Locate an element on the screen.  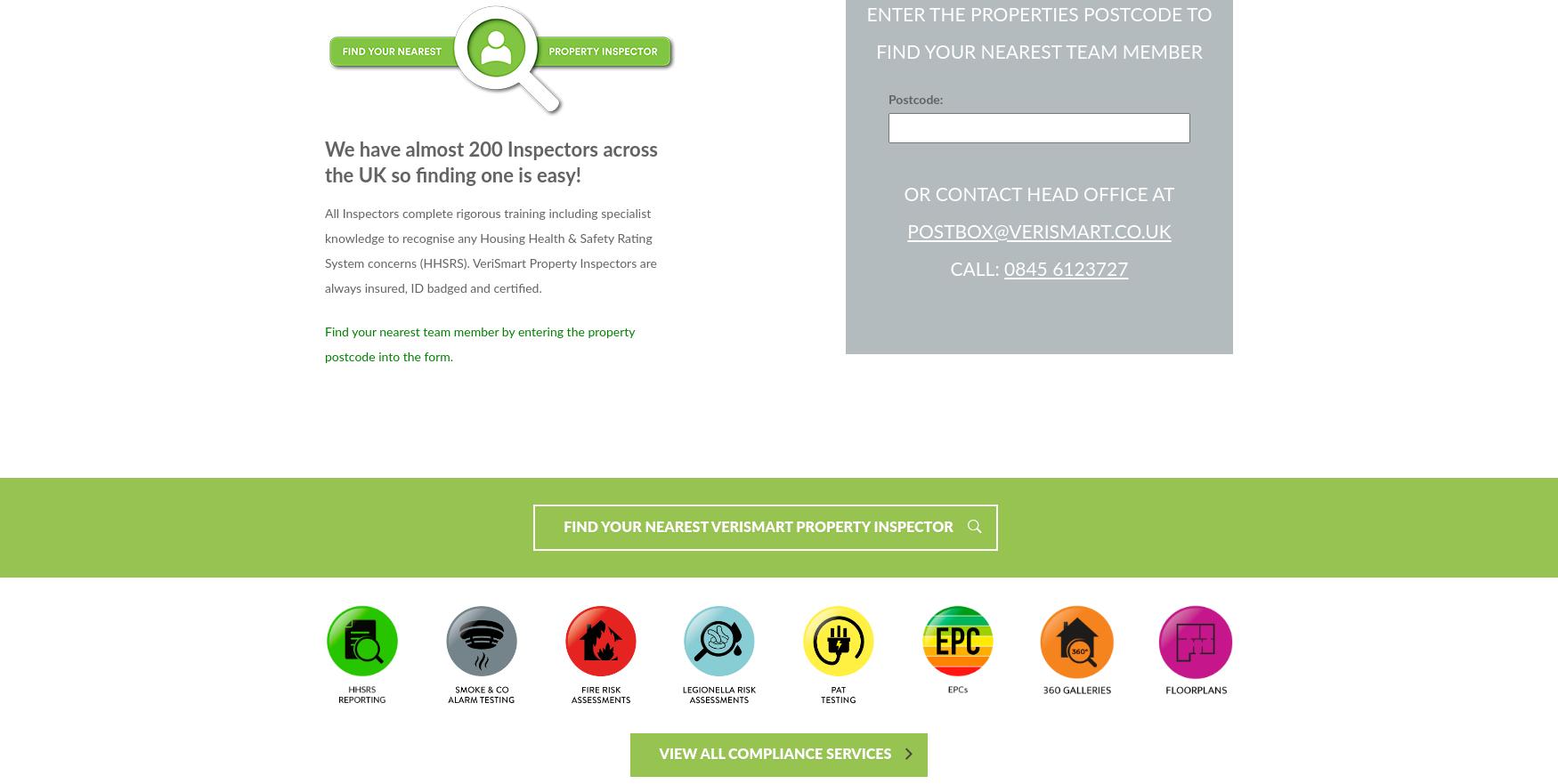
'VIEW ALL COMPLIANCE SERVICES' is located at coordinates (775, 753).